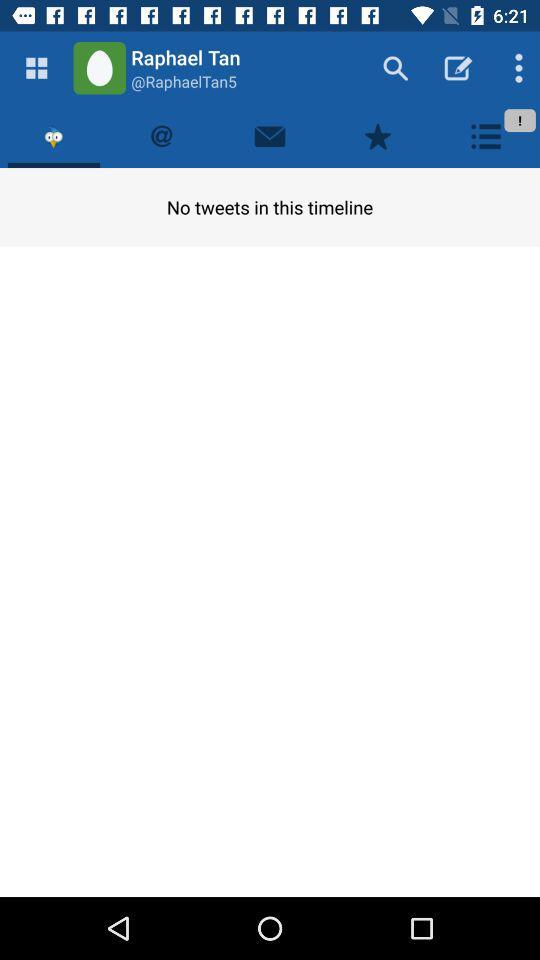 The width and height of the screenshot is (540, 960). I want to click on messages, so click(270, 135).